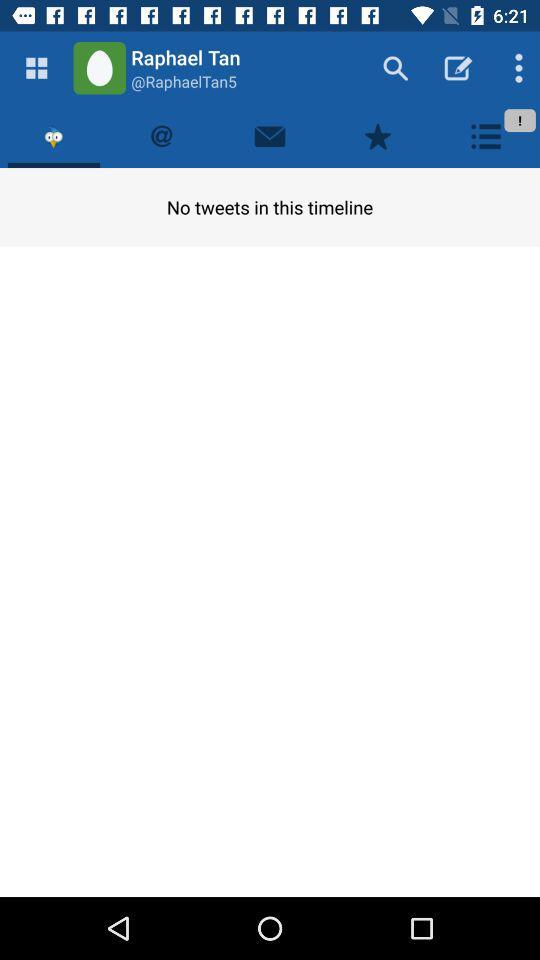 The width and height of the screenshot is (540, 960). I want to click on messages, so click(270, 135).